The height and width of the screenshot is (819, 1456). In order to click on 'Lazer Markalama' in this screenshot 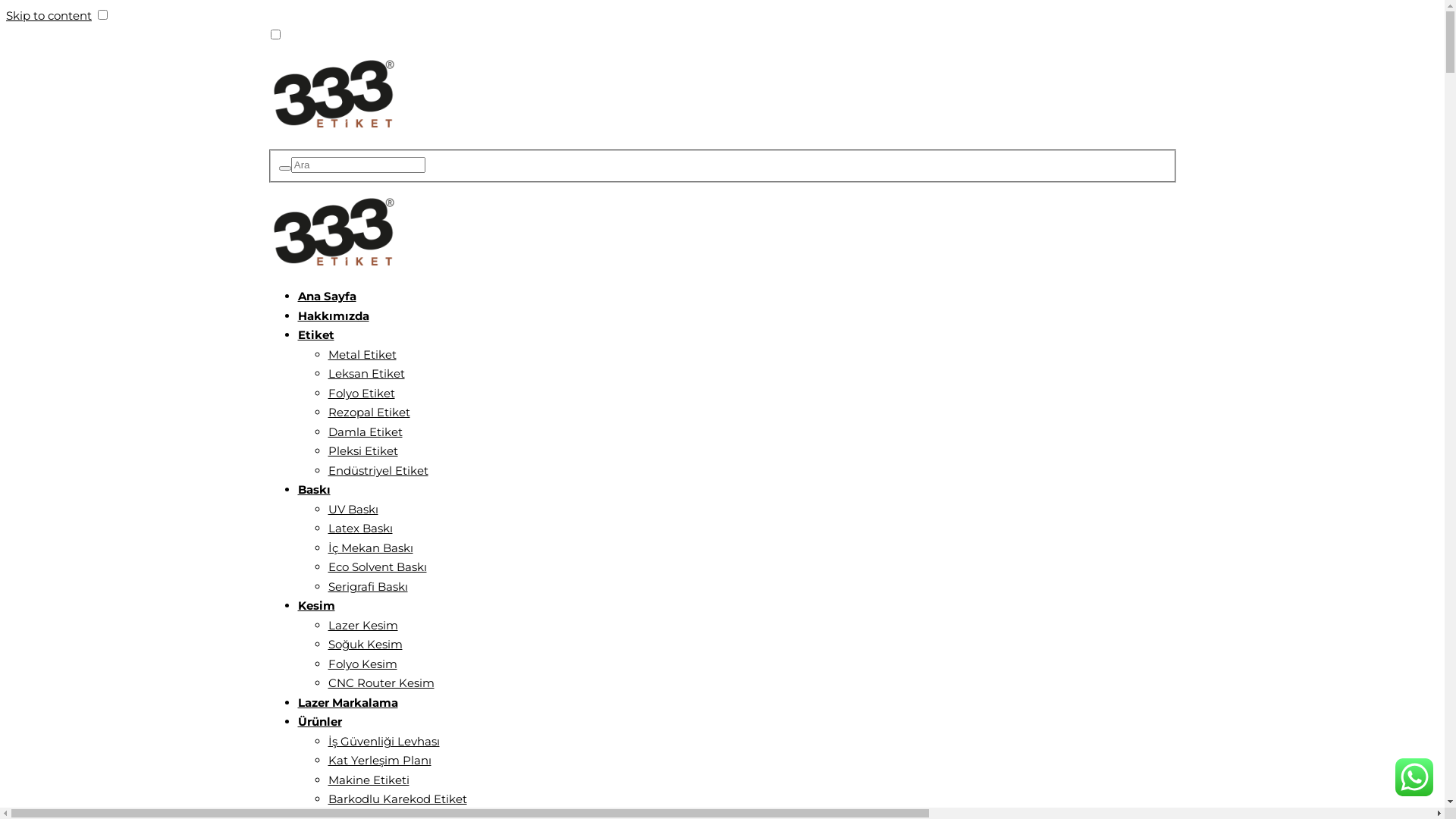, I will do `click(346, 702)`.